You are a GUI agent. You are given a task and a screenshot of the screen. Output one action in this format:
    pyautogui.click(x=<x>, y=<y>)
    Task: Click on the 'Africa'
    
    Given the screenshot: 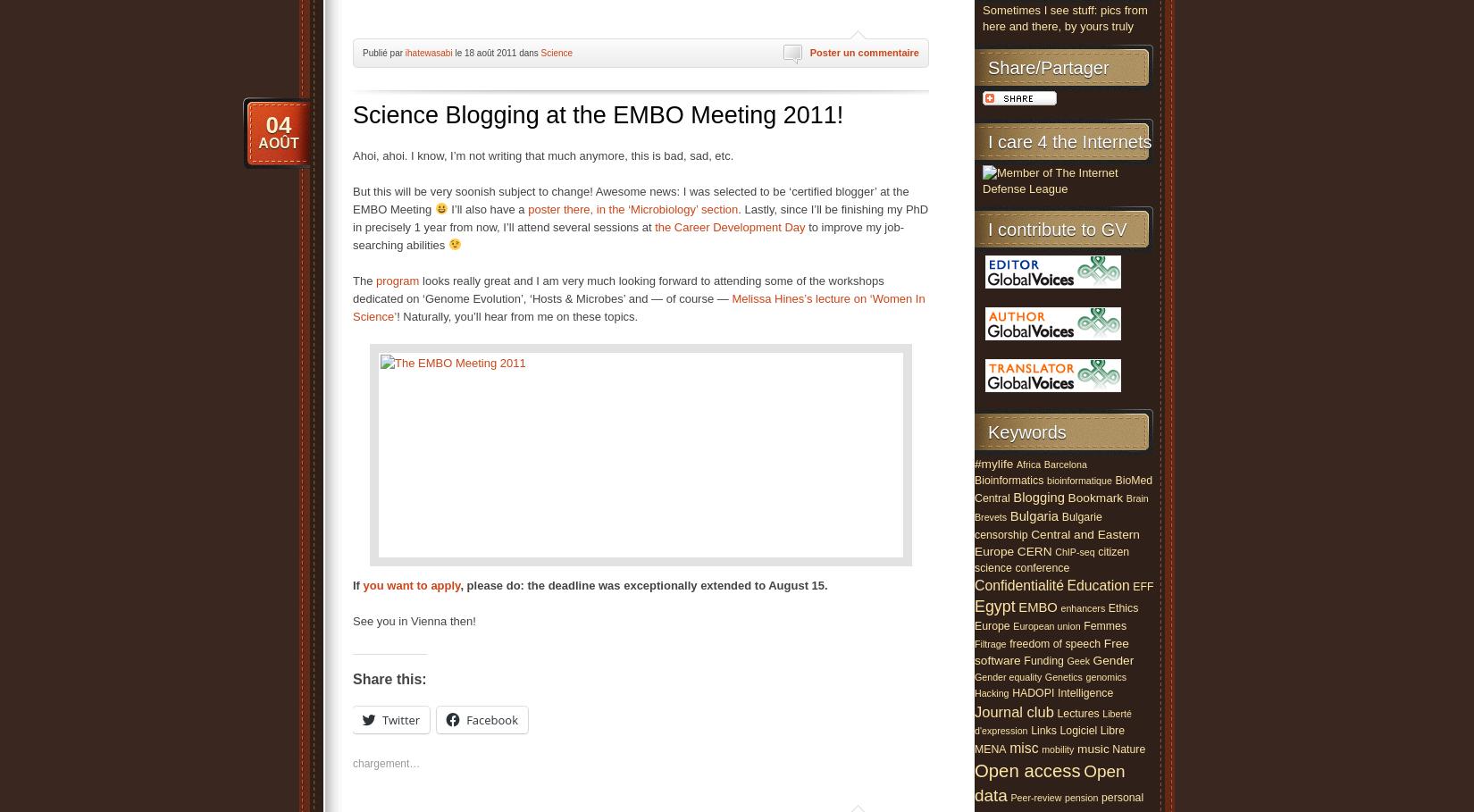 What is the action you would take?
    pyautogui.click(x=1028, y=463)
    